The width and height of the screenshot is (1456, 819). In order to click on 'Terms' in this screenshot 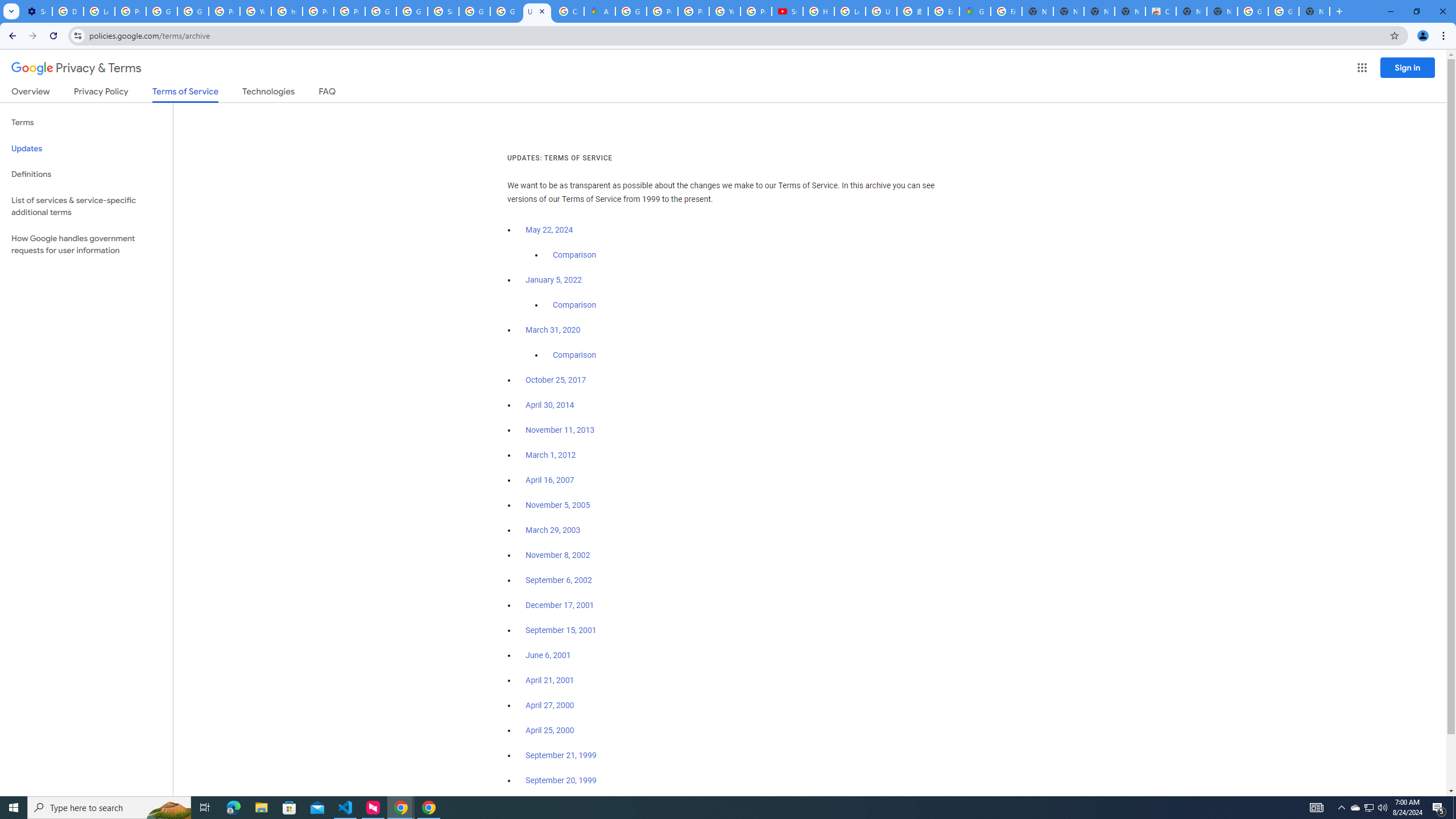, I will do `click(86, 122)`.